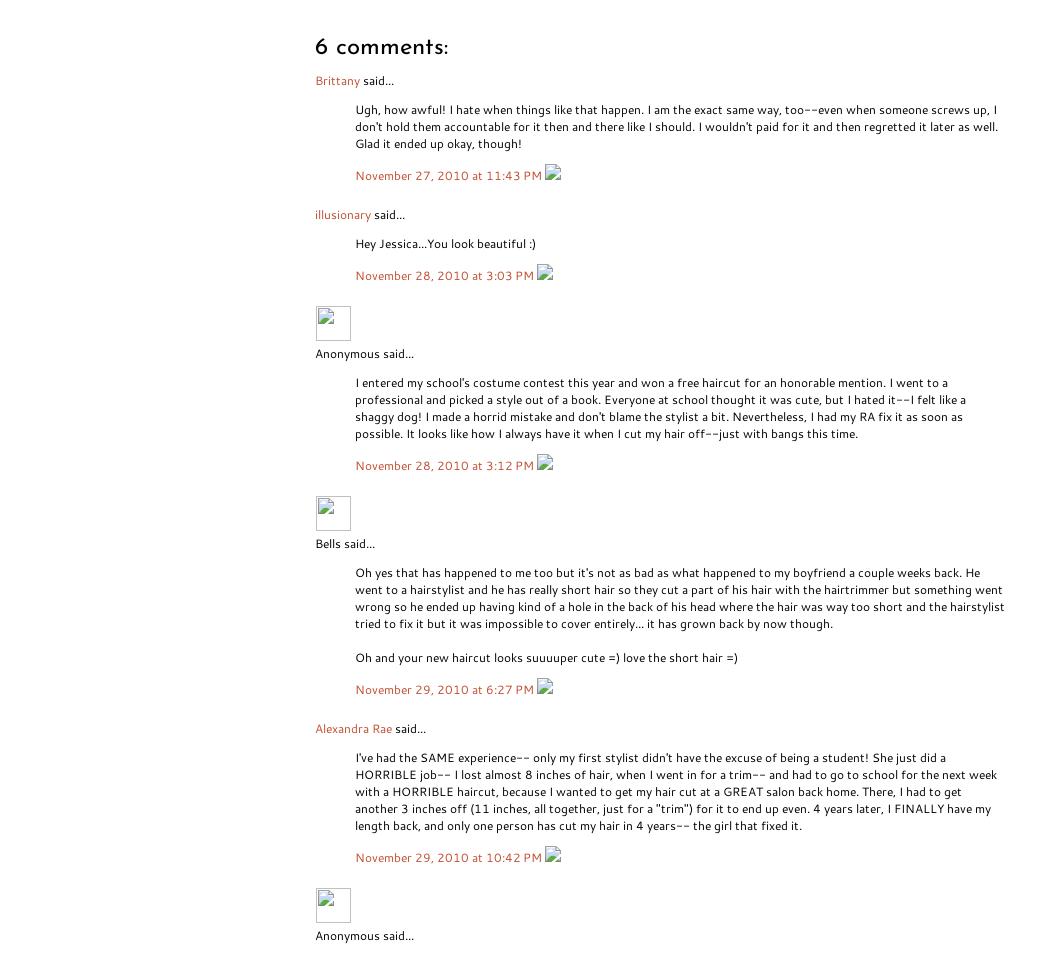 The width and height of the screenshot is (1058, 957). Describe the element at coordinates (445, 464) in the screenshot. I see `'November 28, 2010 at 3:12 PM'` at that location.